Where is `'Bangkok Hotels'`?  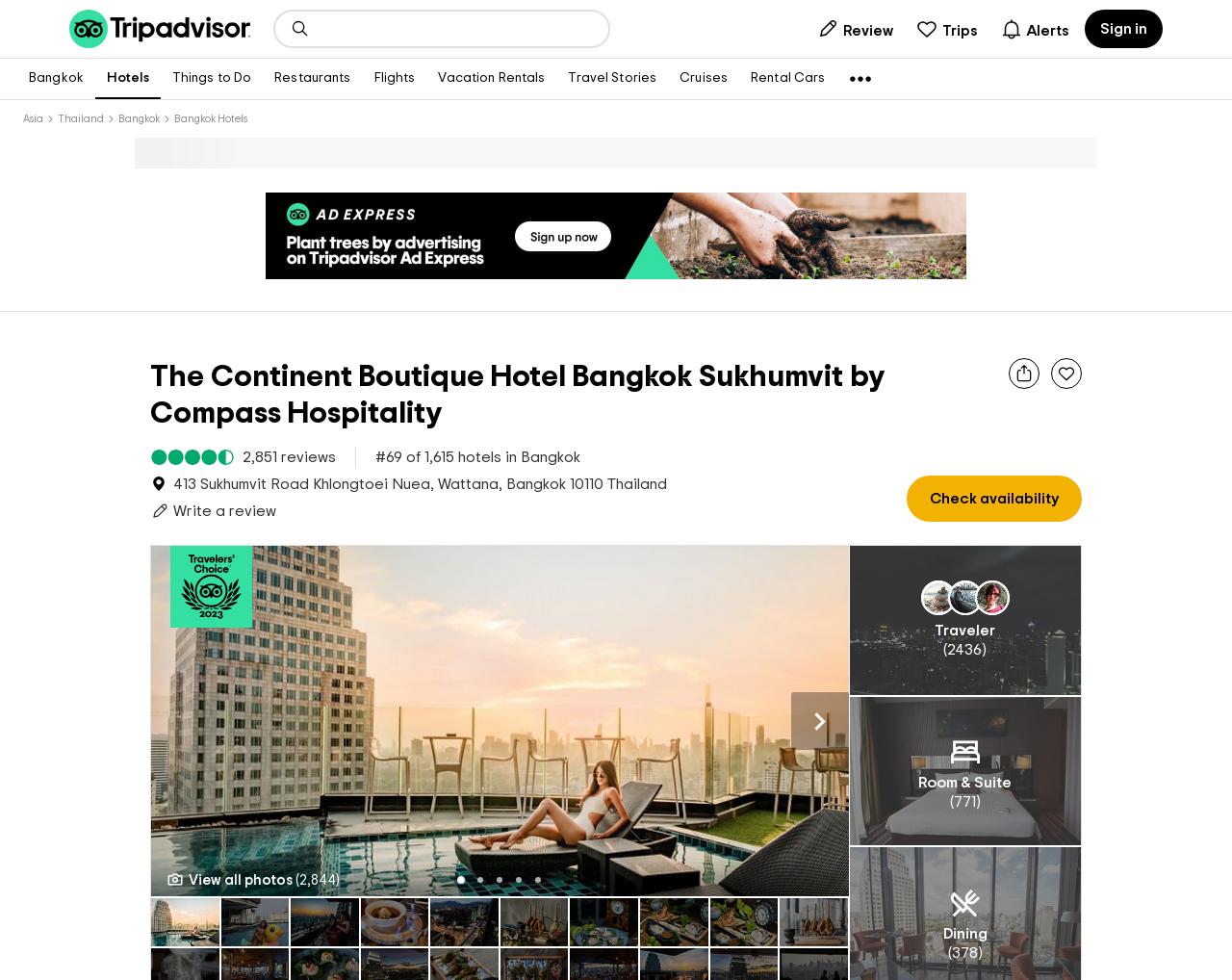
'Bangkok Hotels' is located at coordinates (211, 117).